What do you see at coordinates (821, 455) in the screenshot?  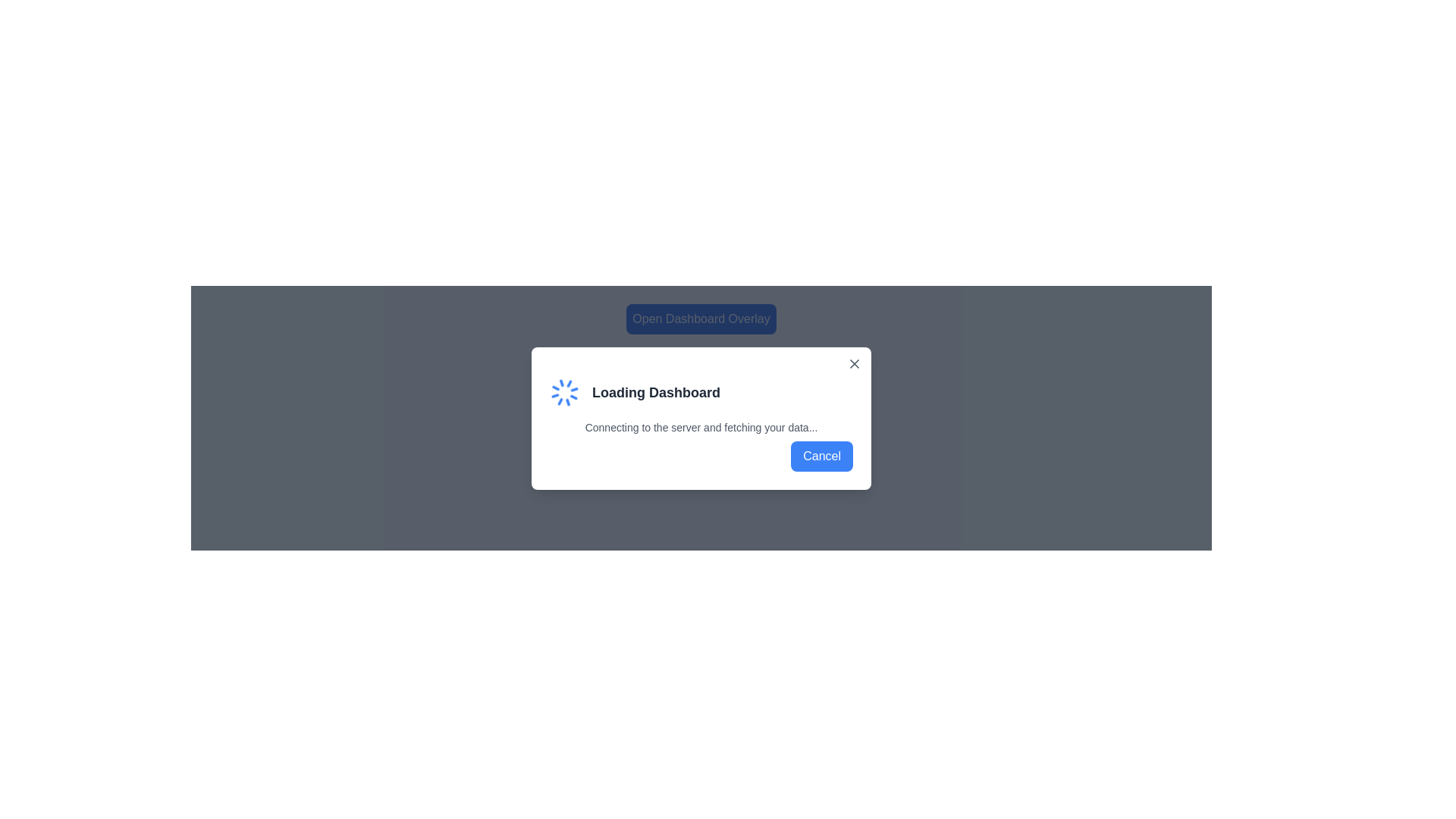 I see `the 'Cancel' button, which is a rectangular button with rounded corners, blue background, and white text, located at the bottom-right corner of the dialog box` at bounding box center [821, 455].